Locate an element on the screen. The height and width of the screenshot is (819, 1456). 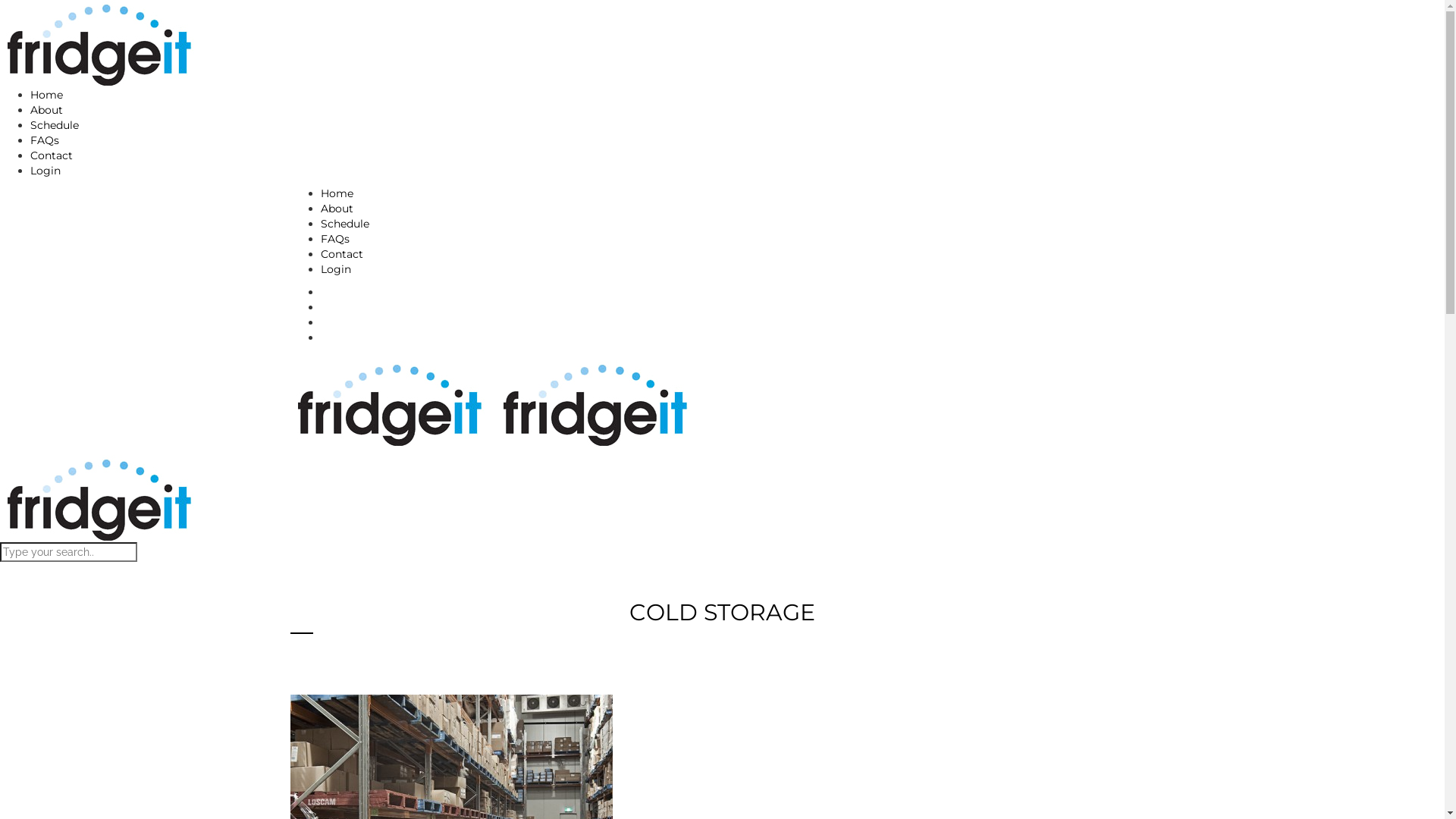
'Schedule' is located at coordinates (55, 124).